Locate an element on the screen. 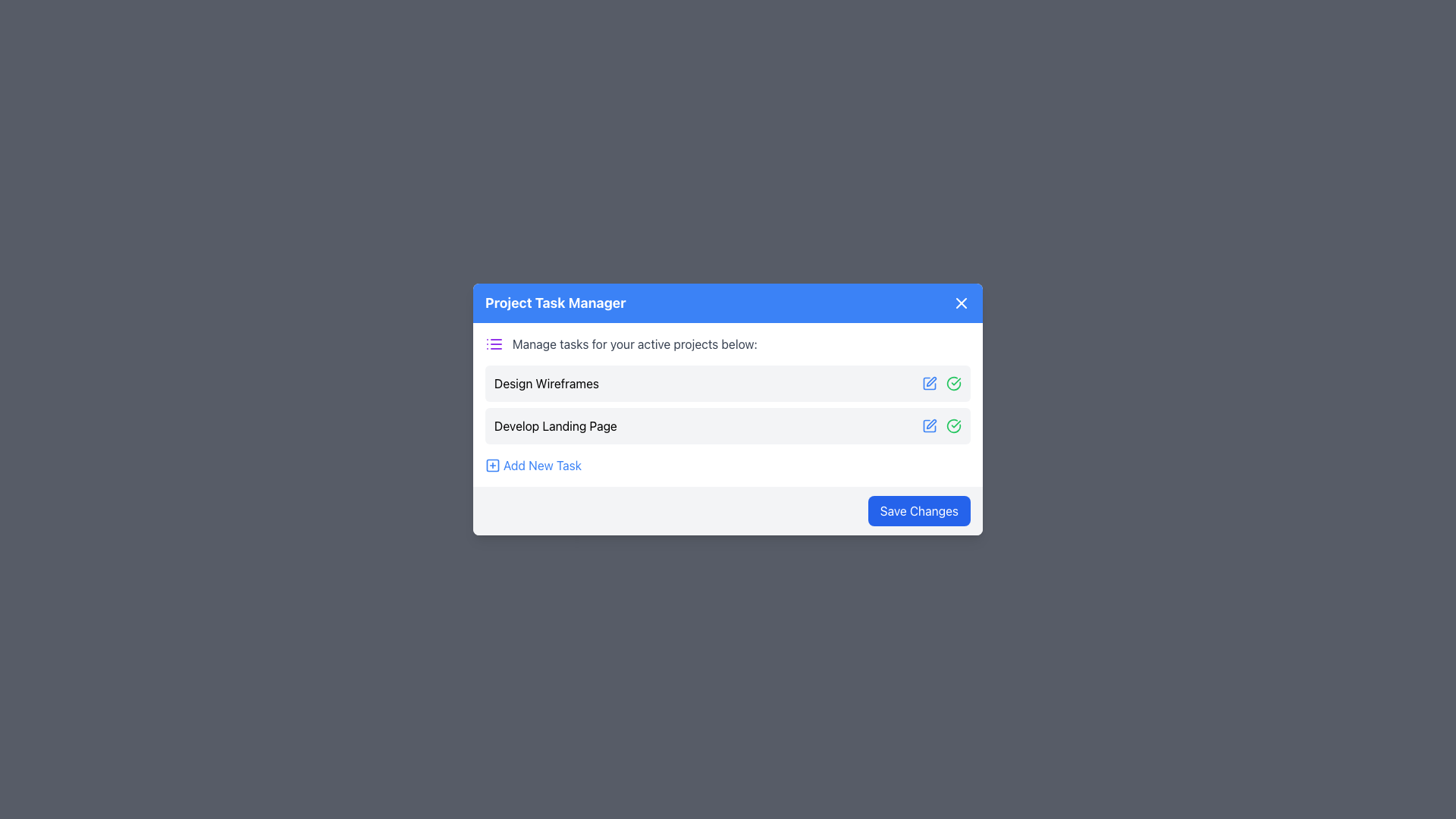 This screenshot has height=819, width=1456. the save button located at the bottom-right corner of the dialog box is located at coordinates (918, 511).